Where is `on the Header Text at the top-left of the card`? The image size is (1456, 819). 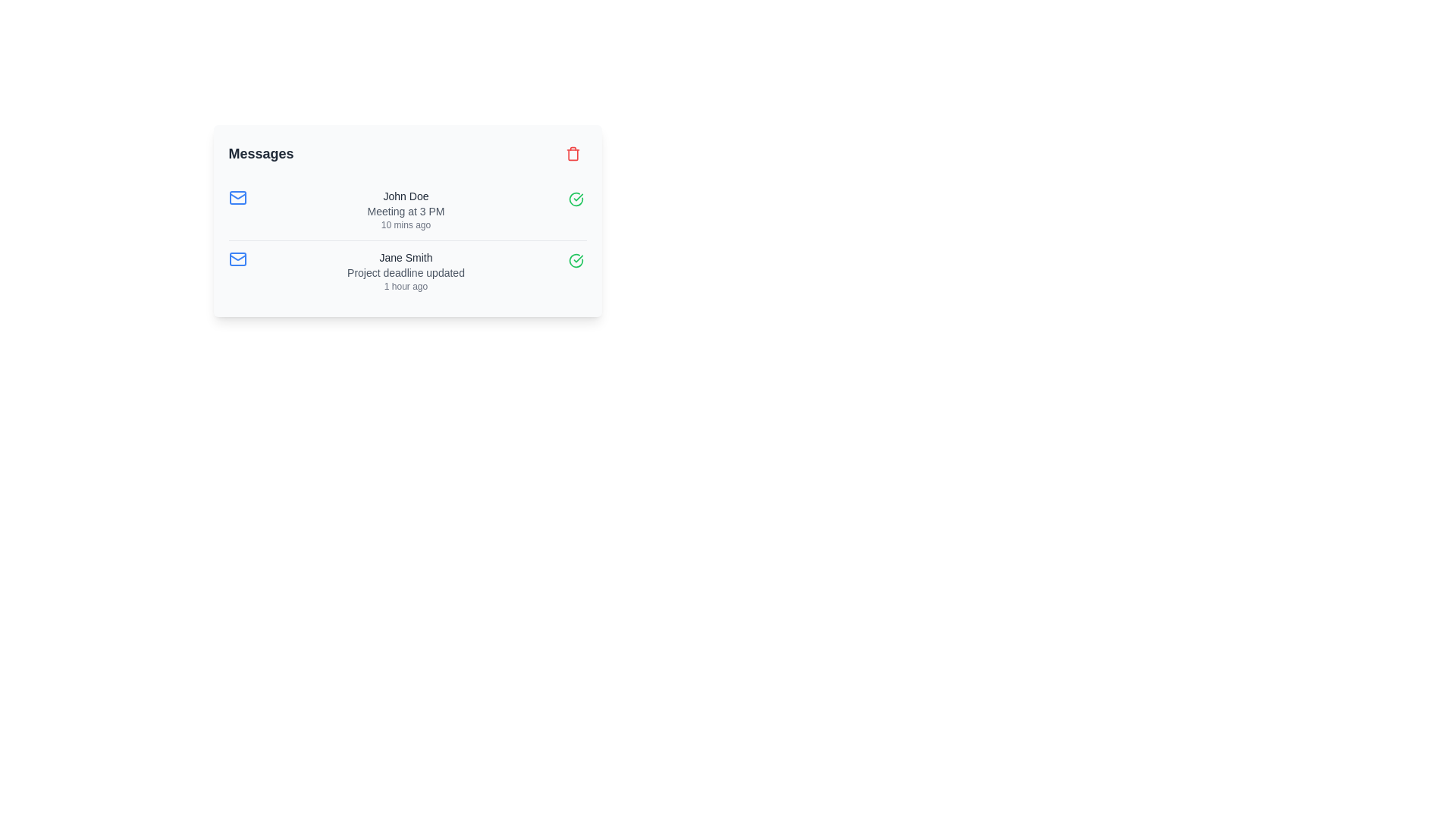 on the Header Text at the top-left of the card is located at coordinates (261, 154).